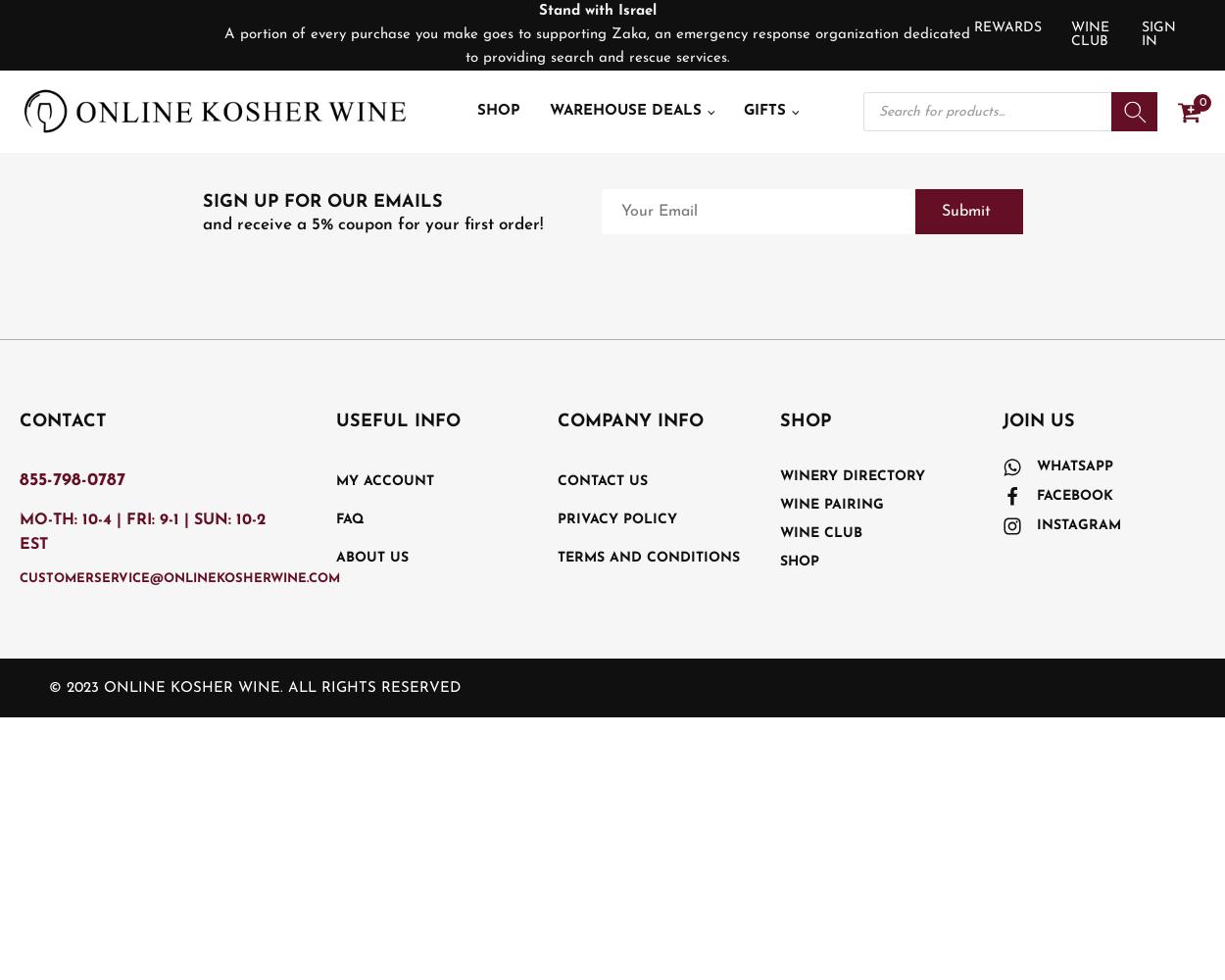  Describe the element at coordinates (384, 480) in the screenshot. I see `'My account'` at that location.